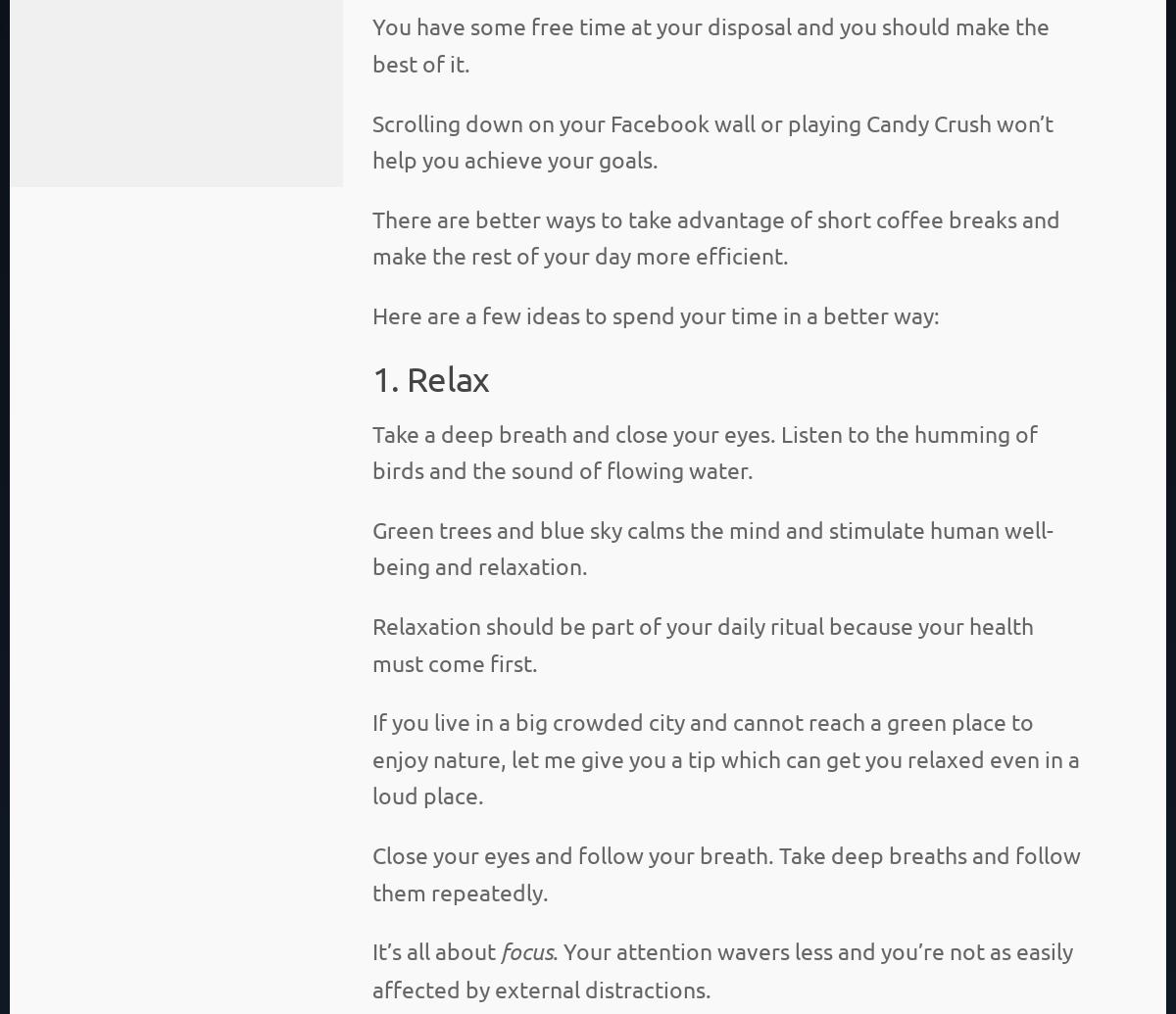  What do you see at coordinates (372, 140) in the screenshot?
I see `'Scrolling down on your Facebook wall or playing Candy Crush won’t help you achieve your goals.'` at bounding box center [372, 140].